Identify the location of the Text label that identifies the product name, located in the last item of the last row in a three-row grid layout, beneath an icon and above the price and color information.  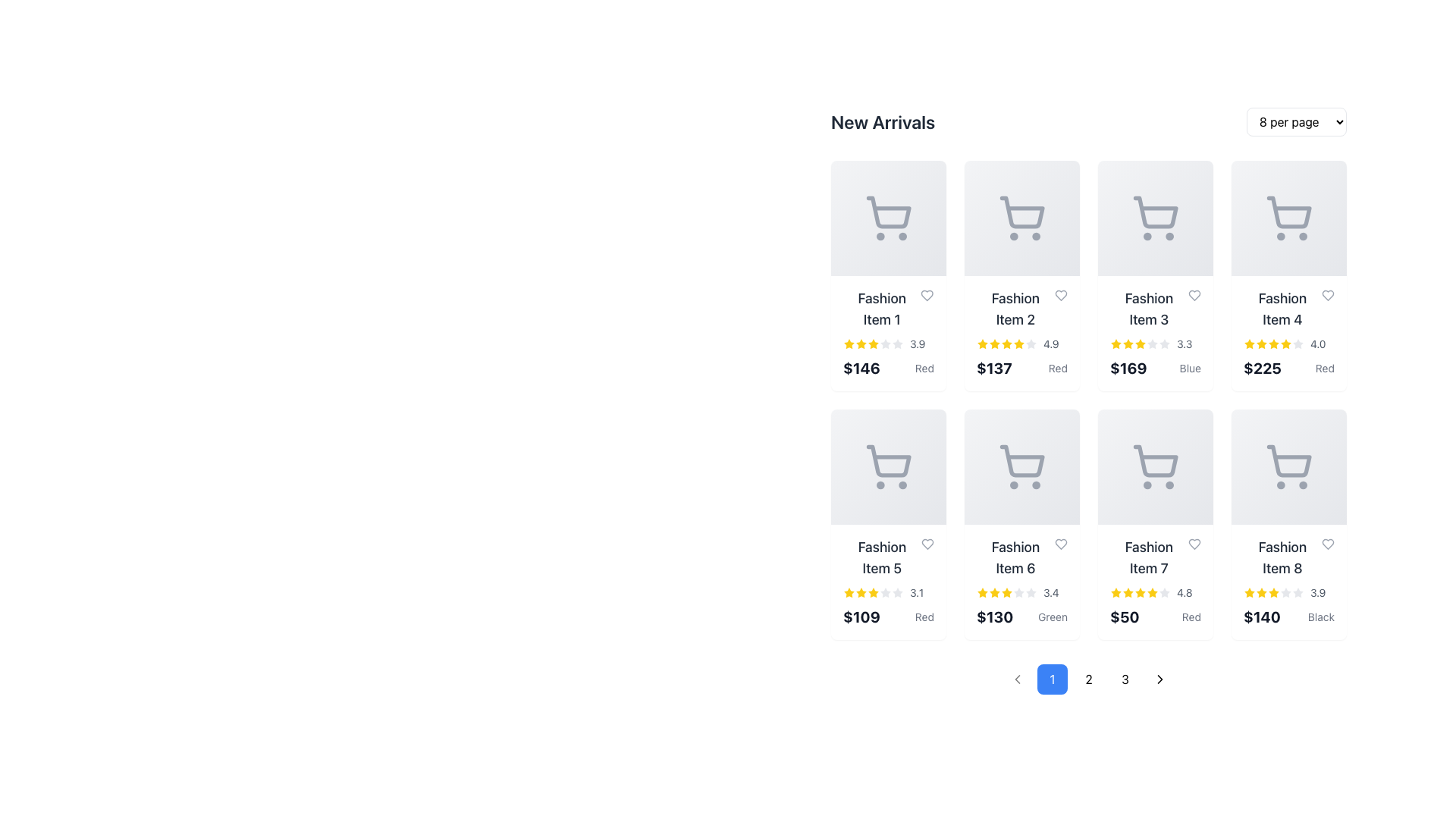
(1288, 558).